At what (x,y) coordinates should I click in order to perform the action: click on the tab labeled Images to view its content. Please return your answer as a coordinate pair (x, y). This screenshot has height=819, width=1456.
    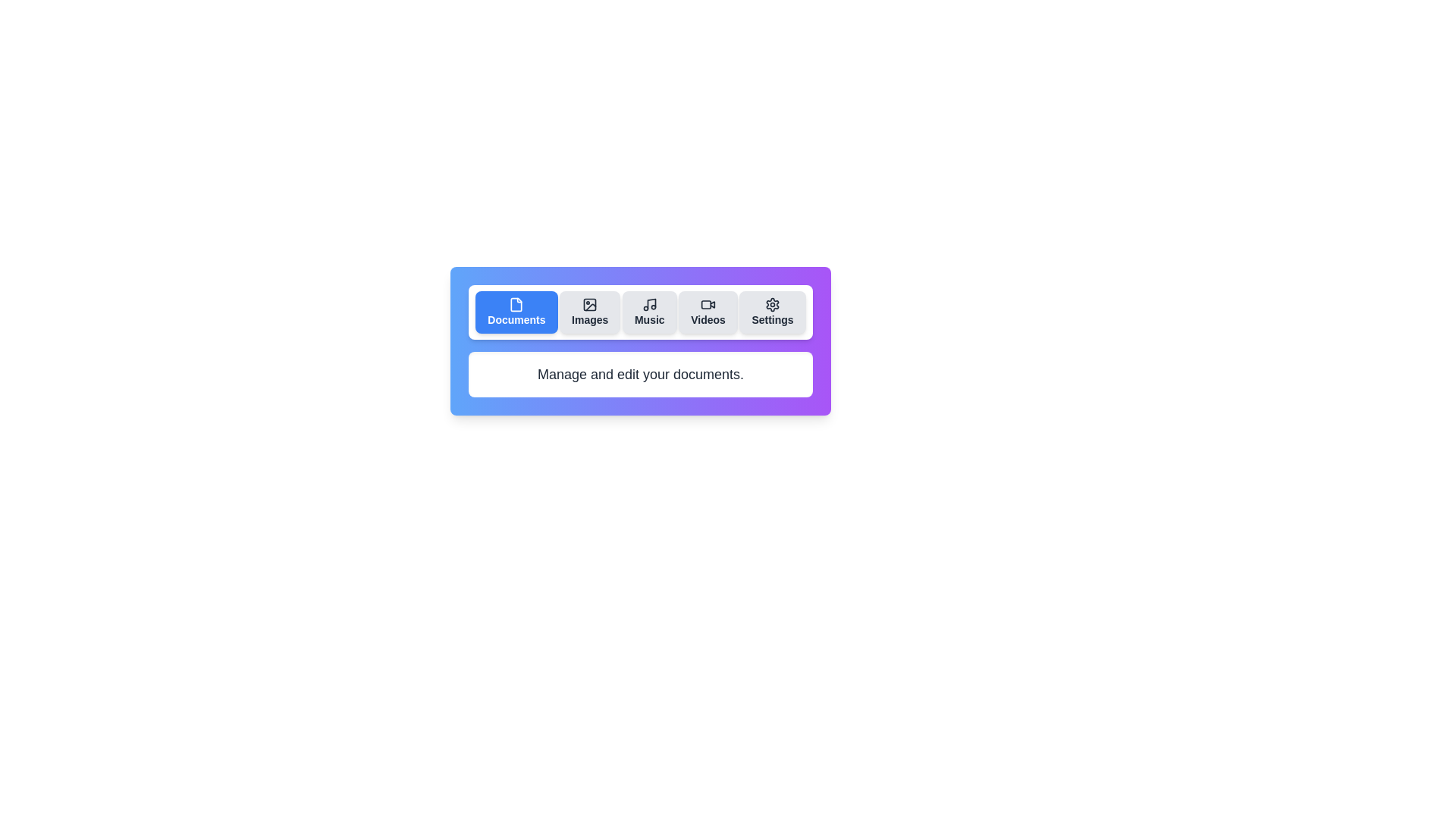
    Looking at the image, I should click on (589, 312).